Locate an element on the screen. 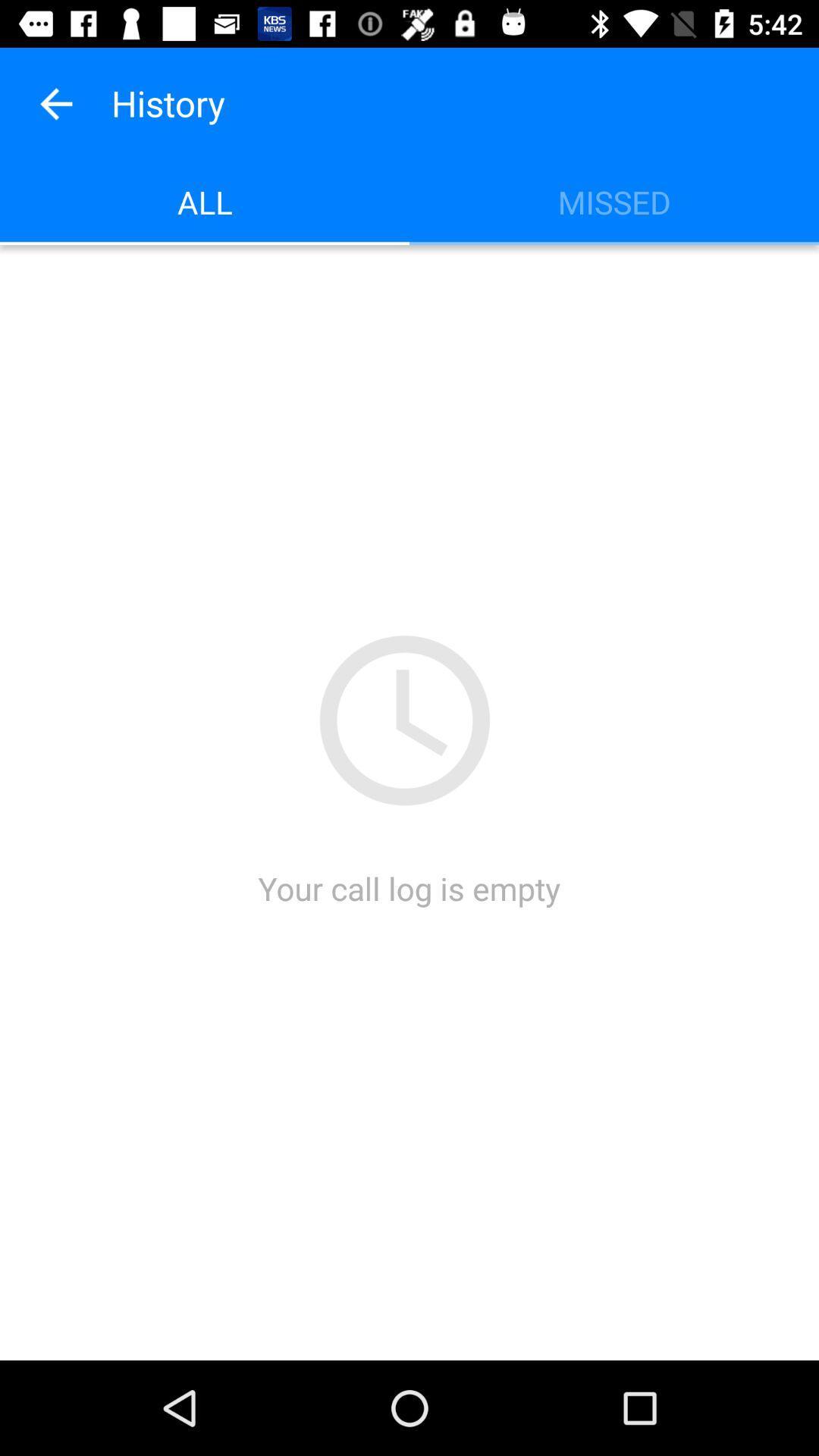 The width and height of the screenshot is (819, 1456). item next to missed is located at coordinates (205, 201).